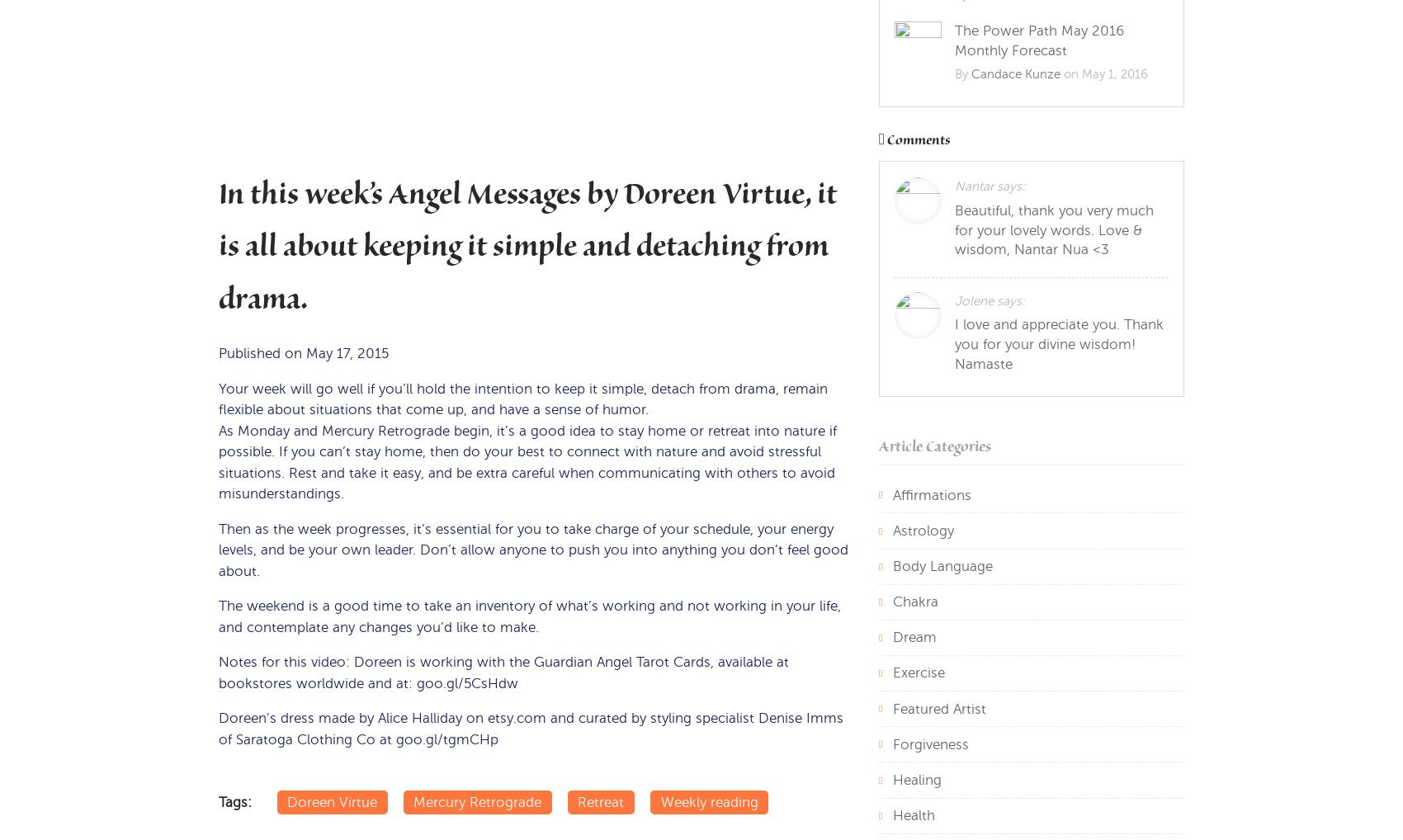 The height and width of the screenshot is (840, 1403). I want to click on 'Astrology', so click(923, 529).